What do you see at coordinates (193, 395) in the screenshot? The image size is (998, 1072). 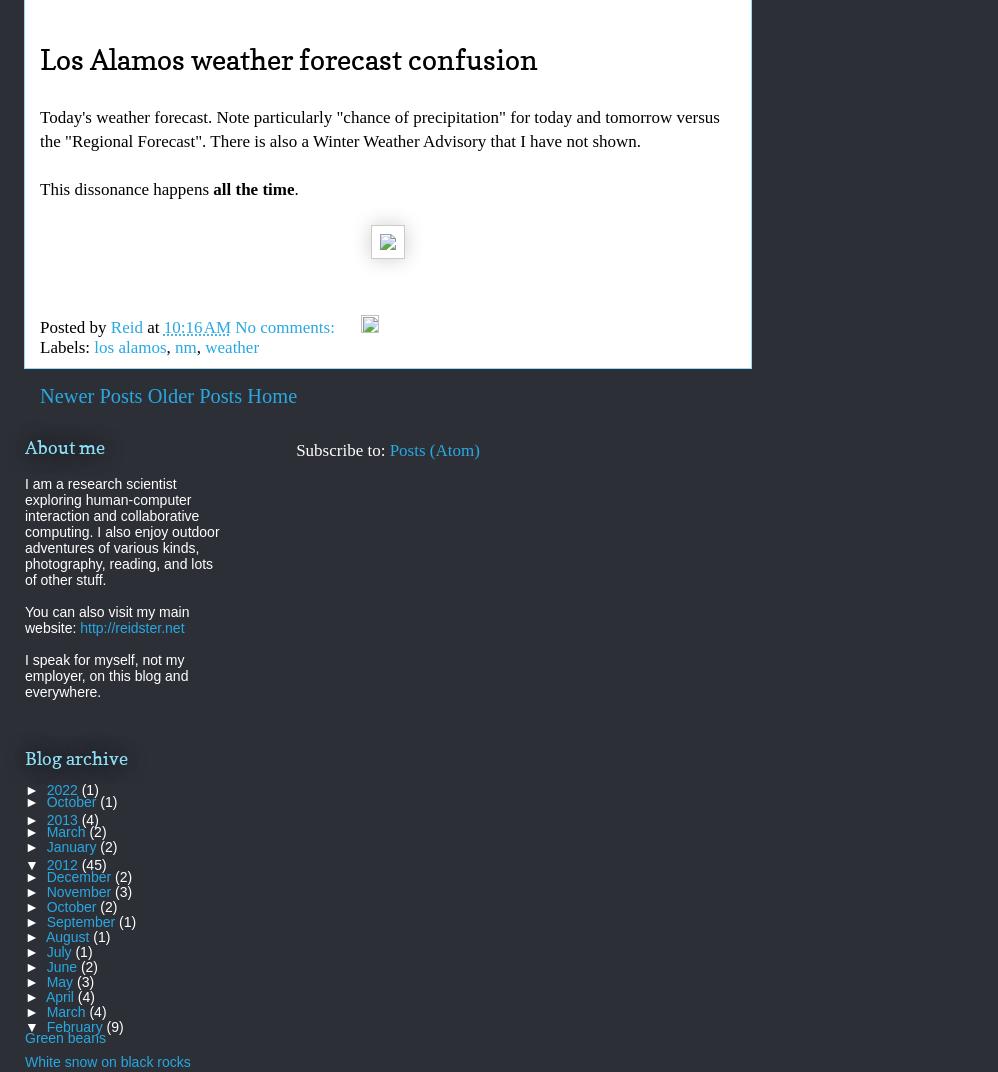 I see `'Older Posts'` at bounding box center [193, 395].